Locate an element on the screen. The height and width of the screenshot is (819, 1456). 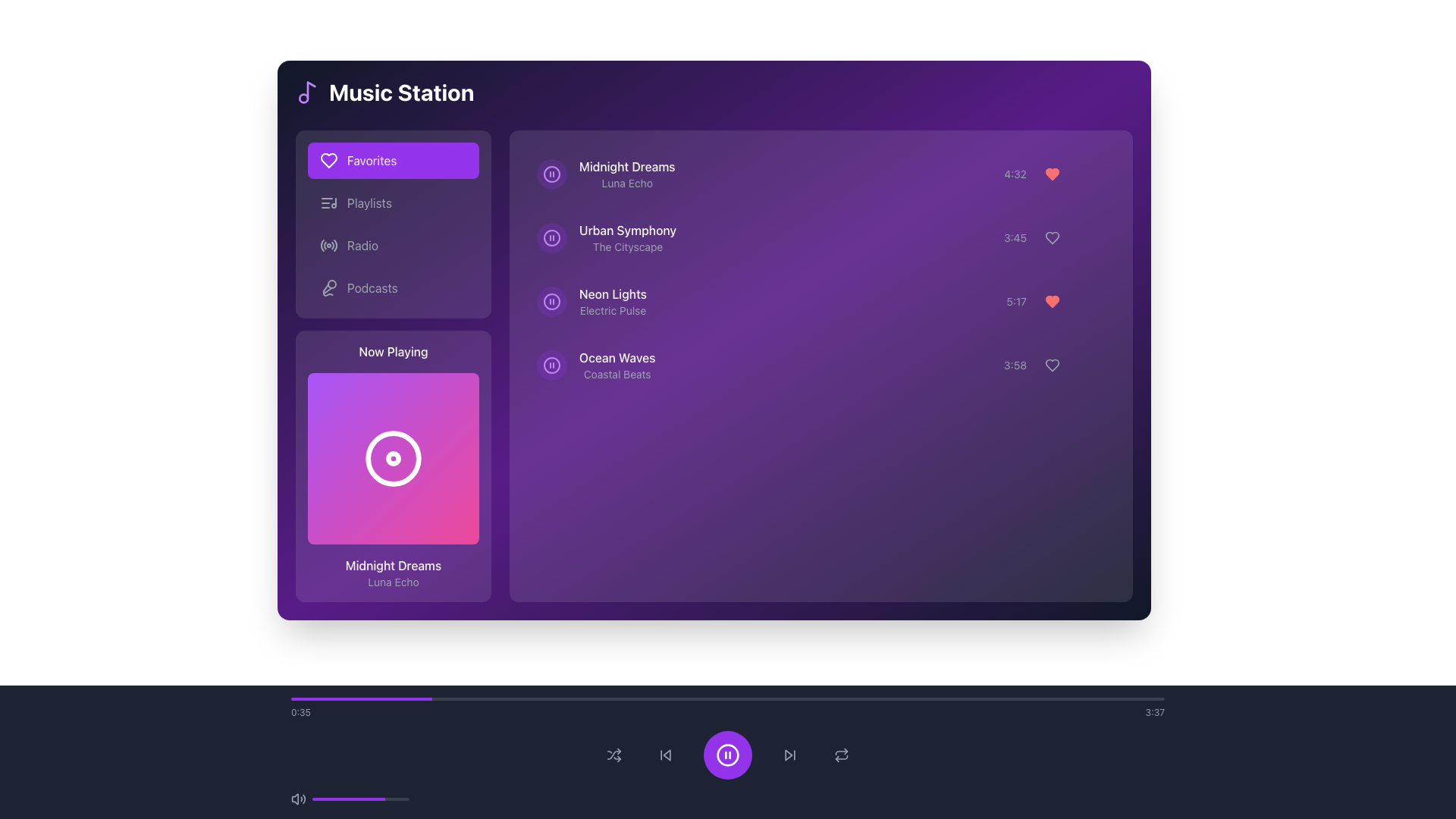
the circular purple button with a white pause icon located centrally in the control bar is located at coordinates (728, 755).